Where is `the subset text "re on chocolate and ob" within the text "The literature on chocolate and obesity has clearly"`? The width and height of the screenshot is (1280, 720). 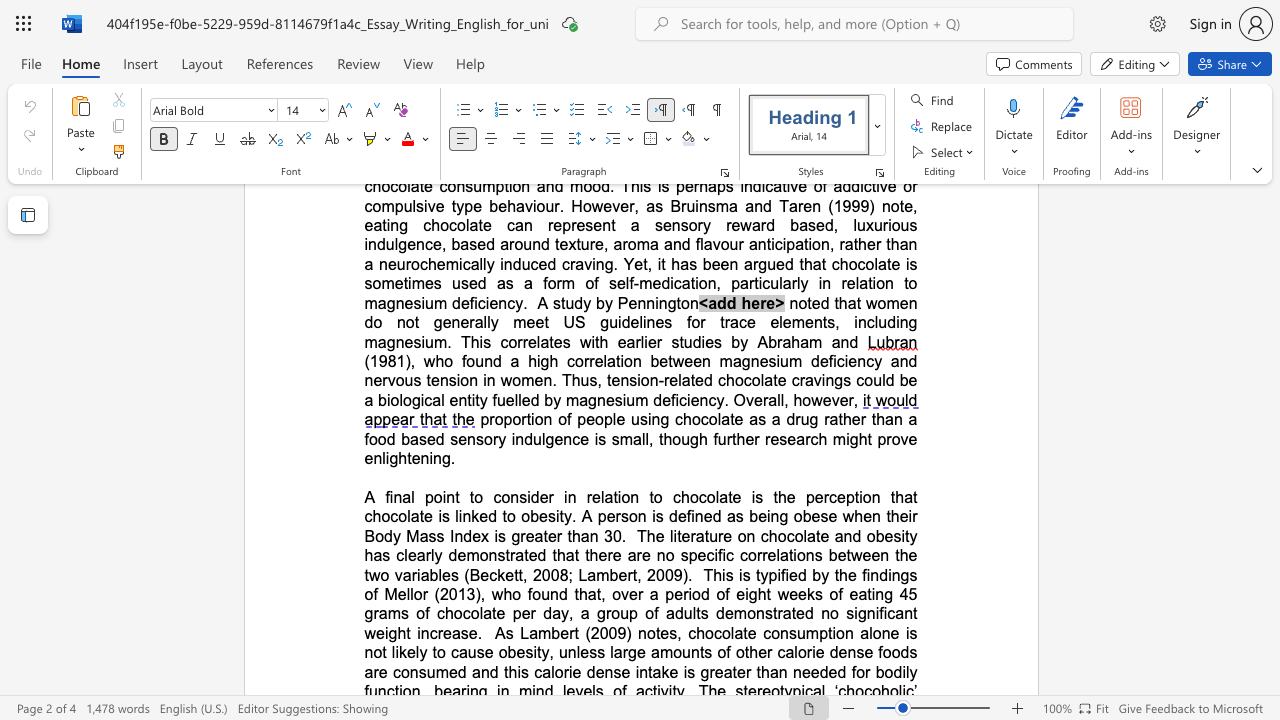
the subset text "re on chocolate and ob" within the text "The literature on chocolate and obesity has clearly" is located at coordinates (718, 535).